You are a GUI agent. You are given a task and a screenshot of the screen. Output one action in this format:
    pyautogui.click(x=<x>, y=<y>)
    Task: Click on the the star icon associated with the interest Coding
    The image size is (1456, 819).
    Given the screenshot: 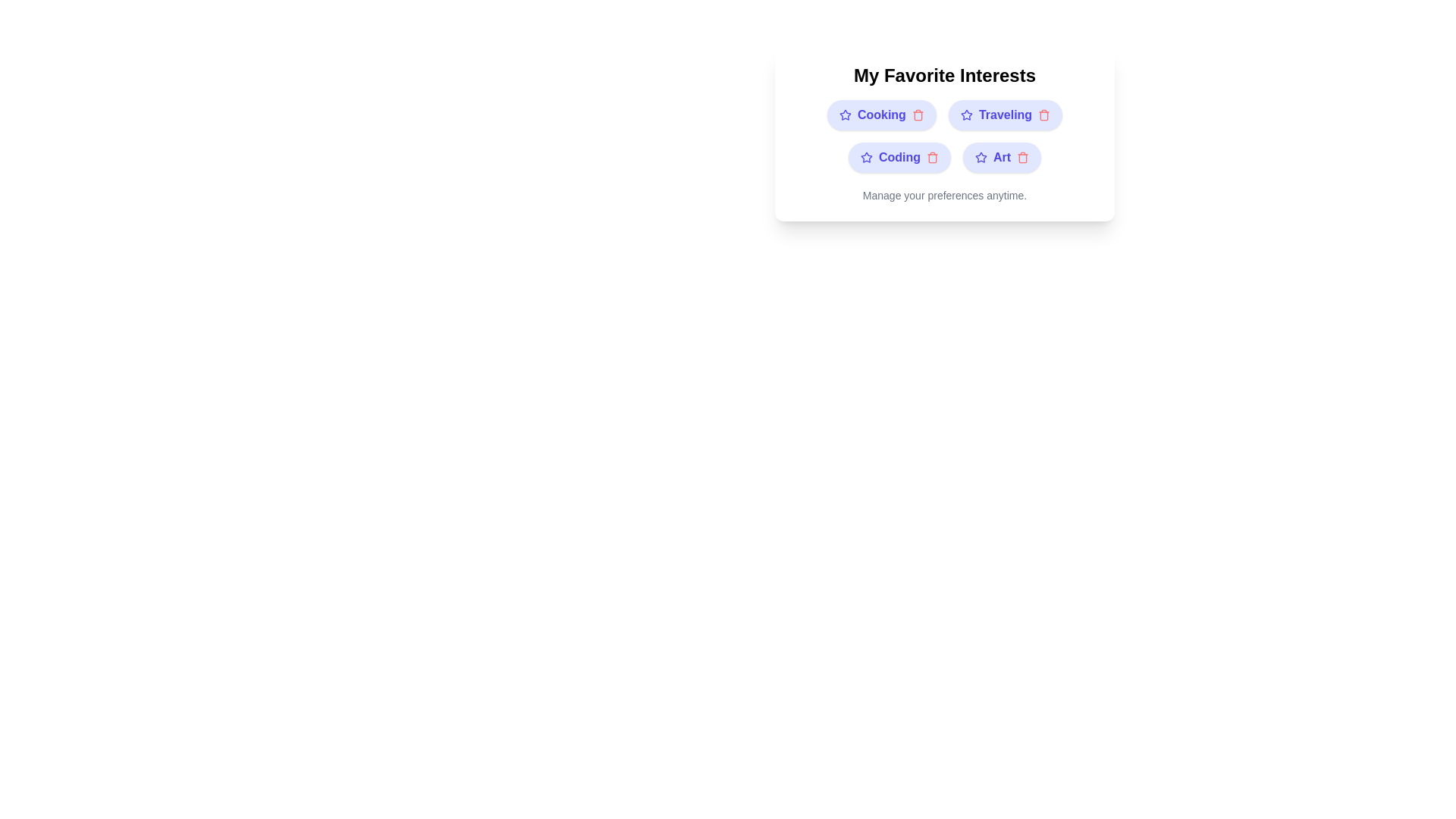 What is the action you would take?
    pyautogui.click(x=866, y=158)
    